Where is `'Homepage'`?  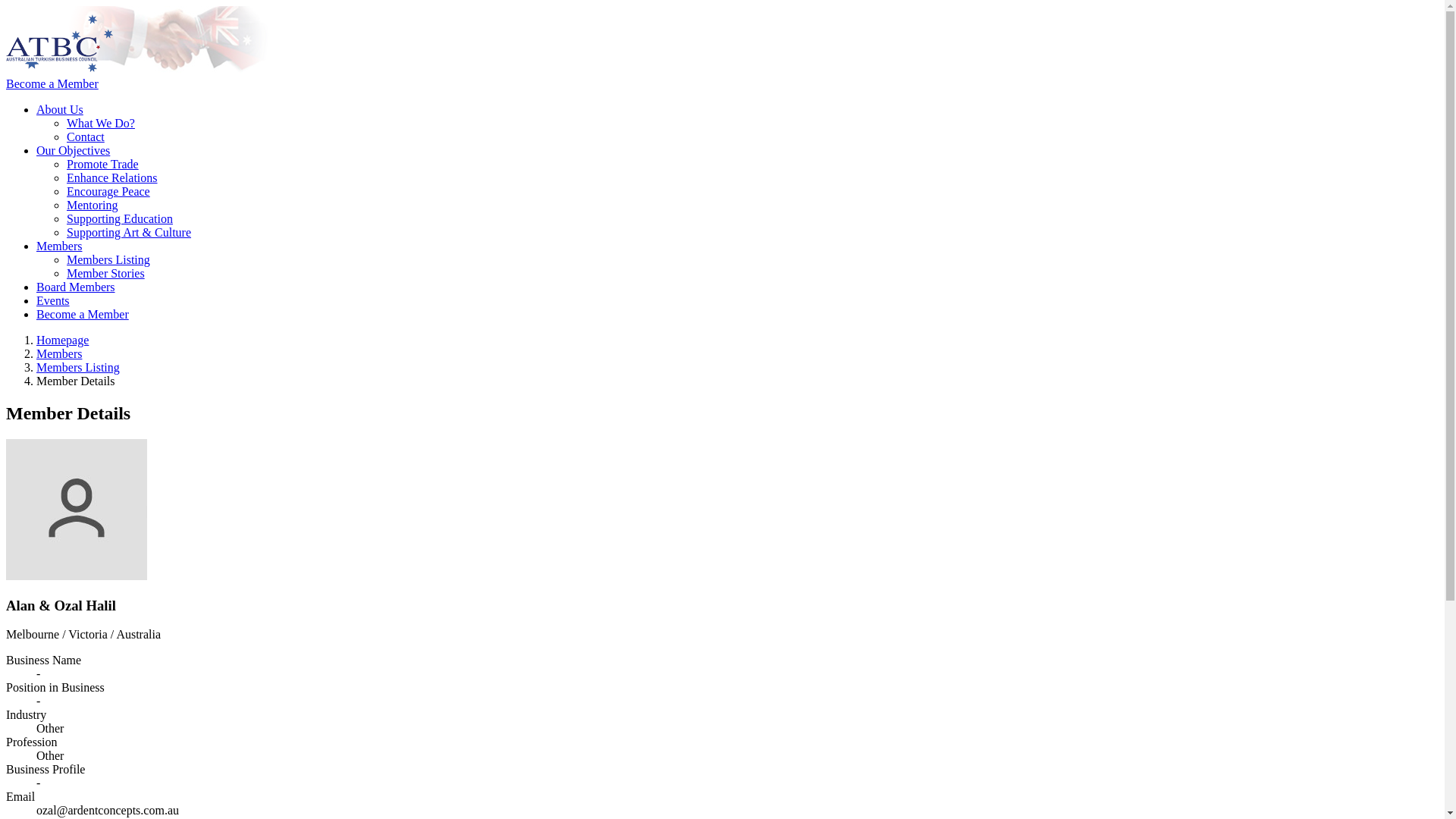
'Homepage' is located at coordinates (61, 339).